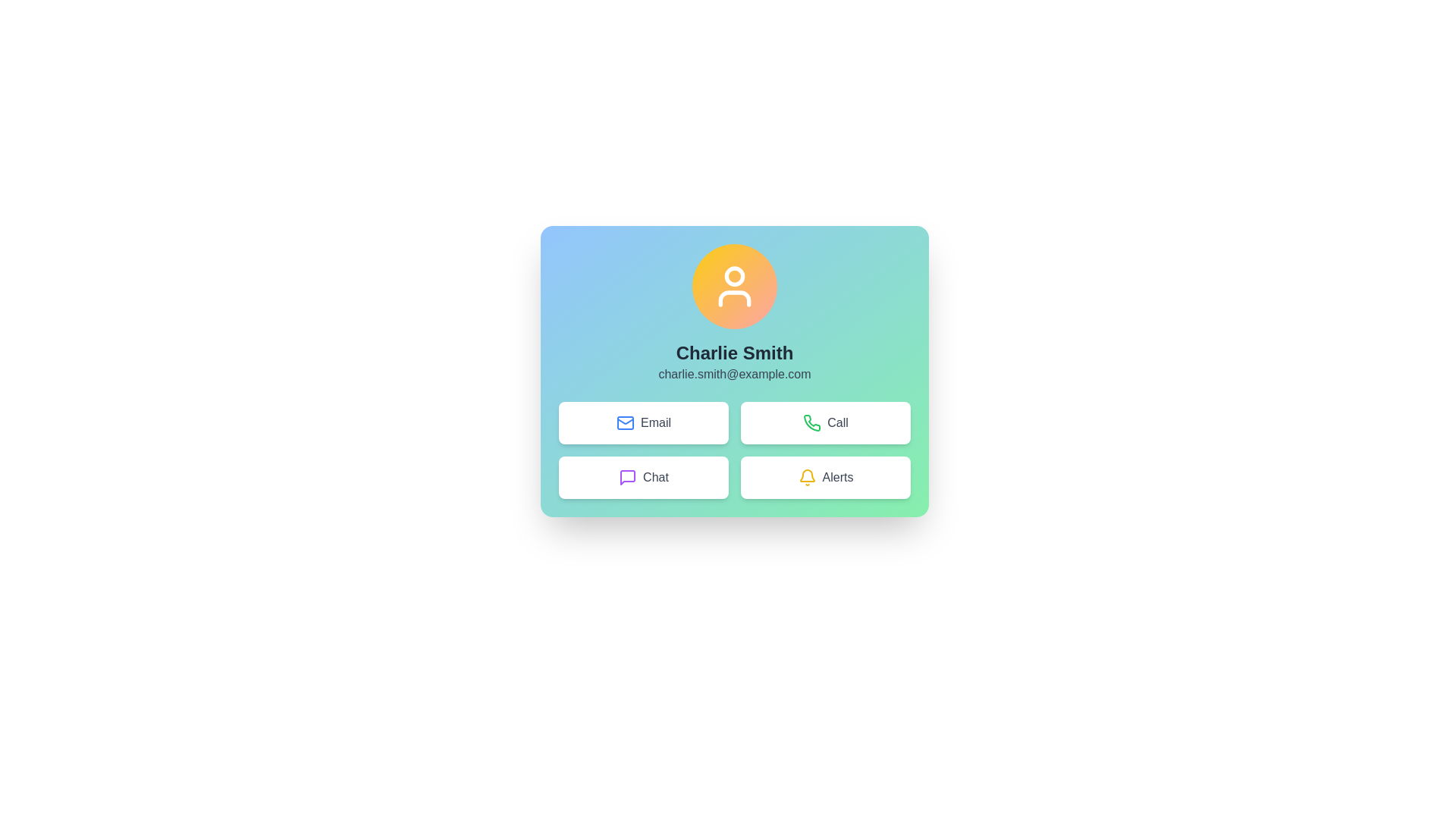 The height and width of the screenshot is (819, 1456). Describe the element at coordinates (626, 423) in the screenshot. I see `the envelope icon within the 'Email' button located in the top-left corner of the button grid` at that location.